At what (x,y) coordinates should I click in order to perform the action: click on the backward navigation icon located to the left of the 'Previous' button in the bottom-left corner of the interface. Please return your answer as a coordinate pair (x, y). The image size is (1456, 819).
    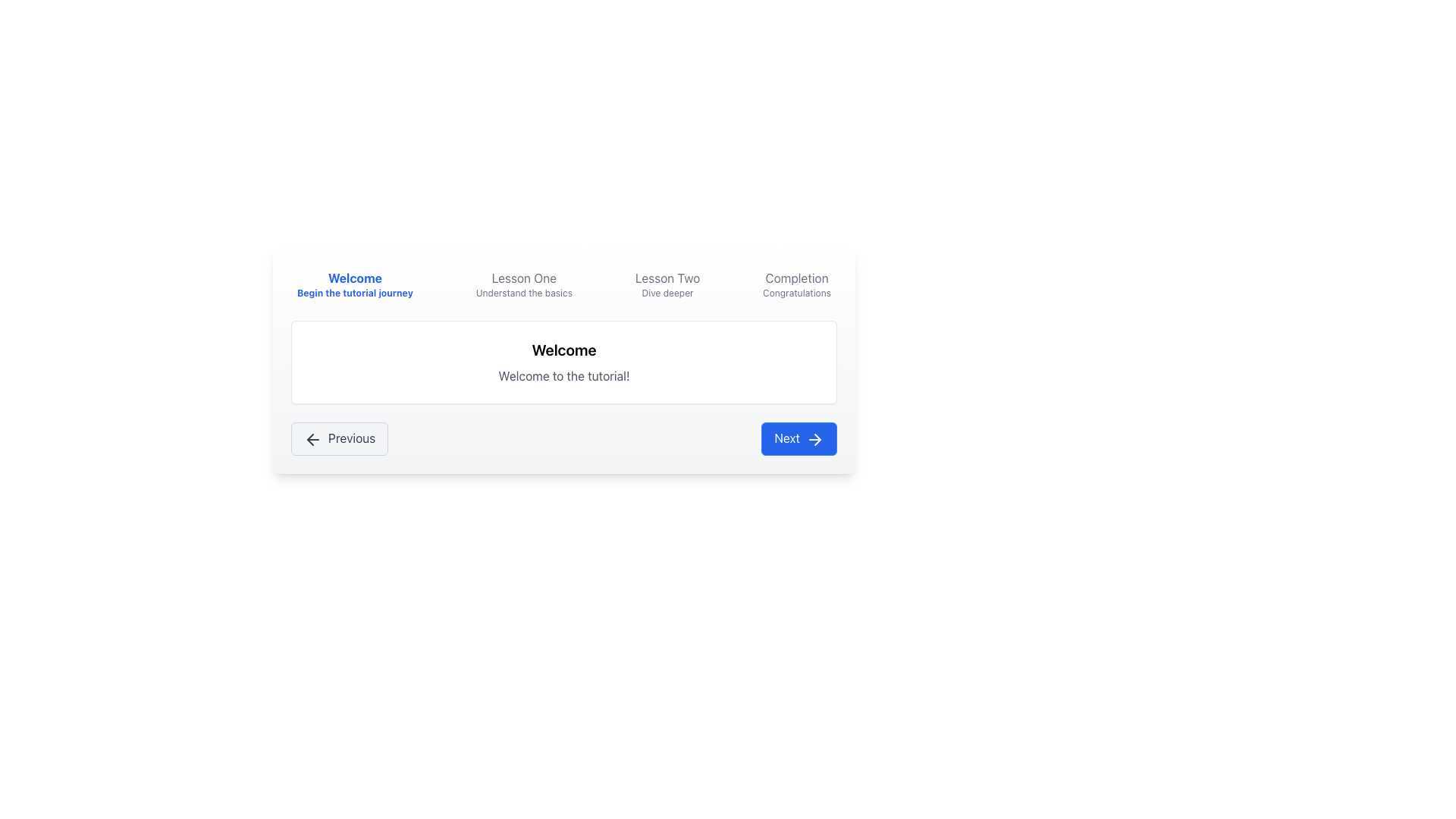
    Looking at the image, I should click on (312, 438).